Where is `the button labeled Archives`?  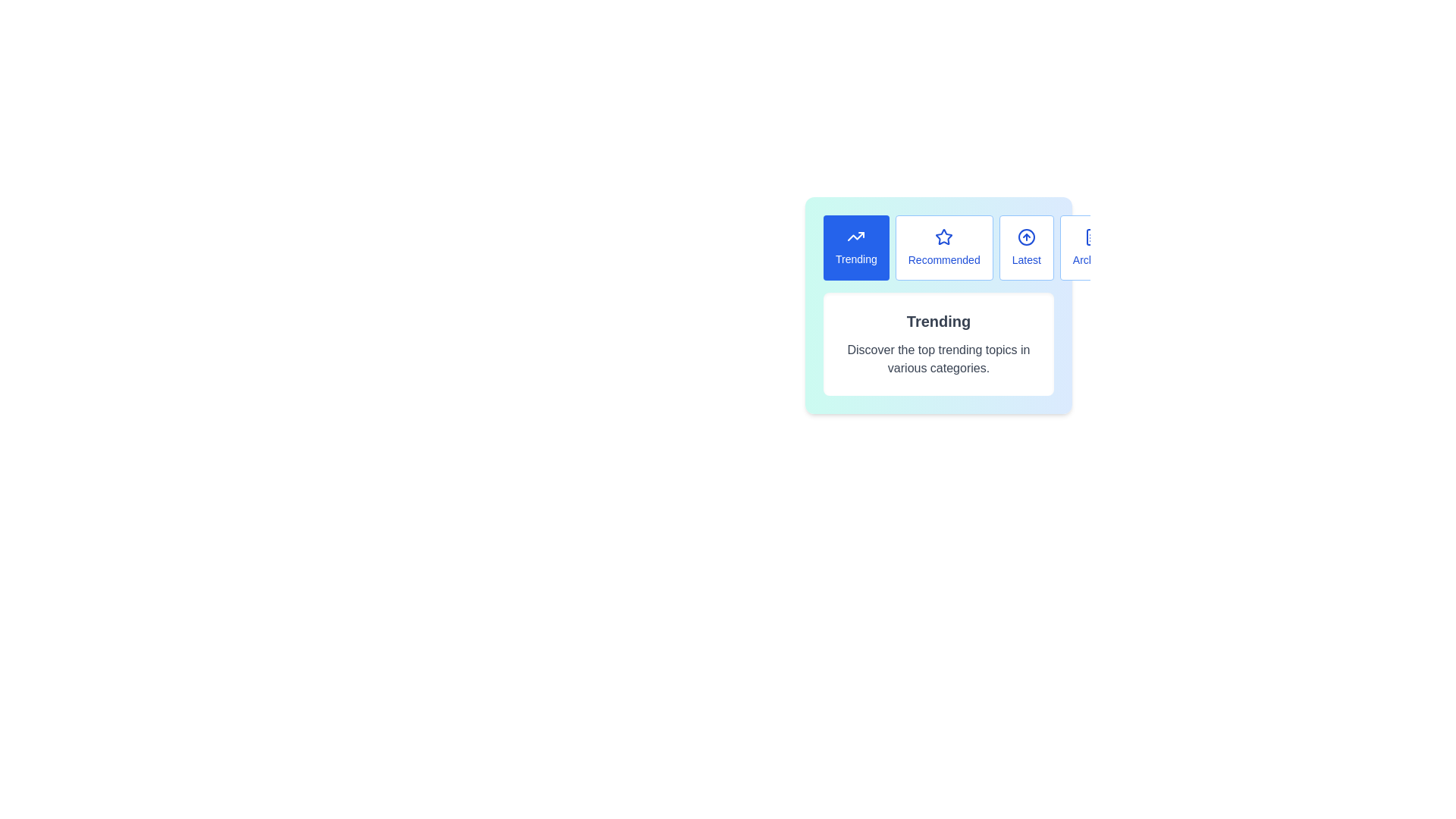
the button labeled Archives is located at coordinates (1093, 247).